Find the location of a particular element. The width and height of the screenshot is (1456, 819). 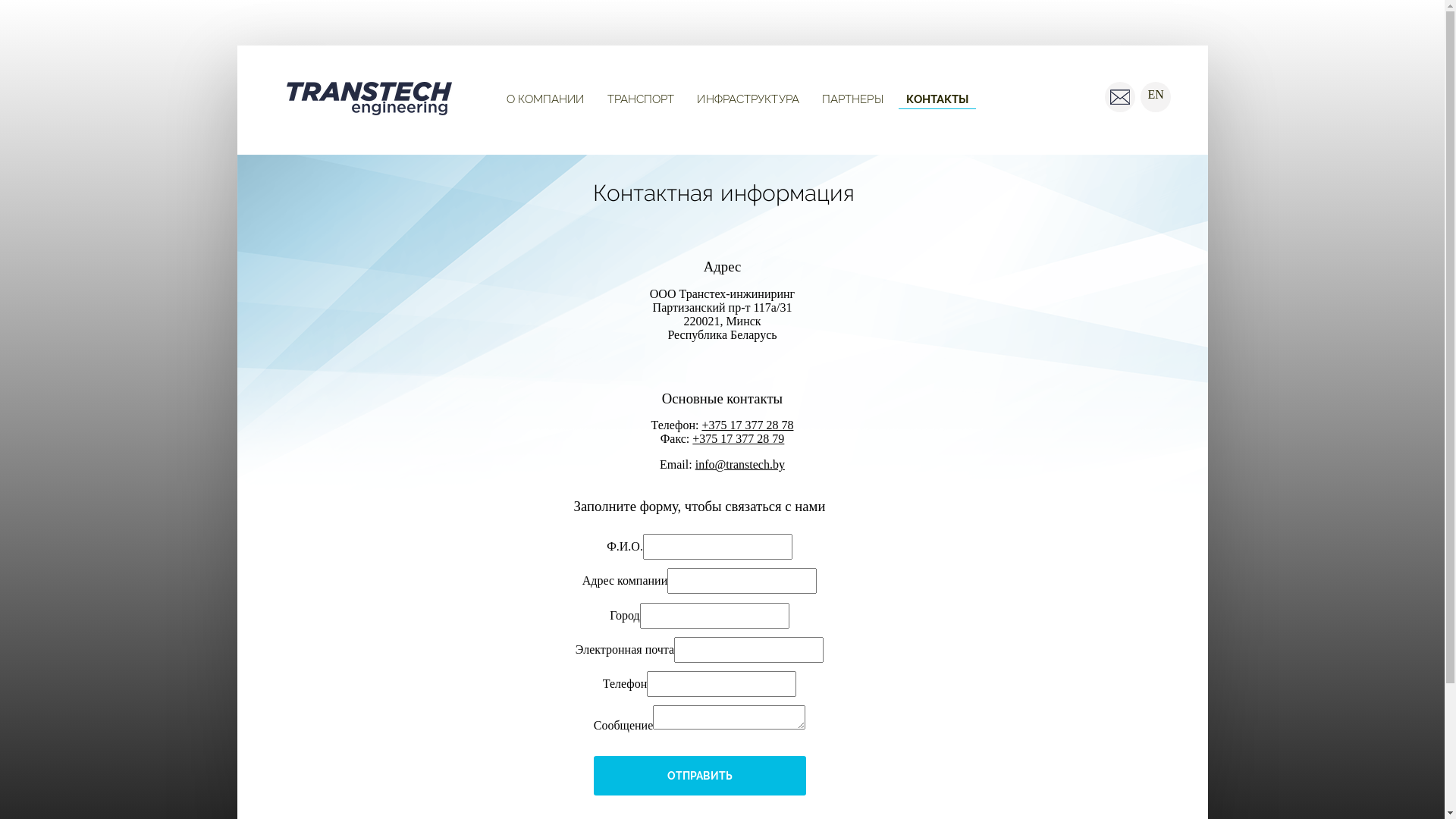

'+375 17 377 28 79' is located at coordinates (738, 438).